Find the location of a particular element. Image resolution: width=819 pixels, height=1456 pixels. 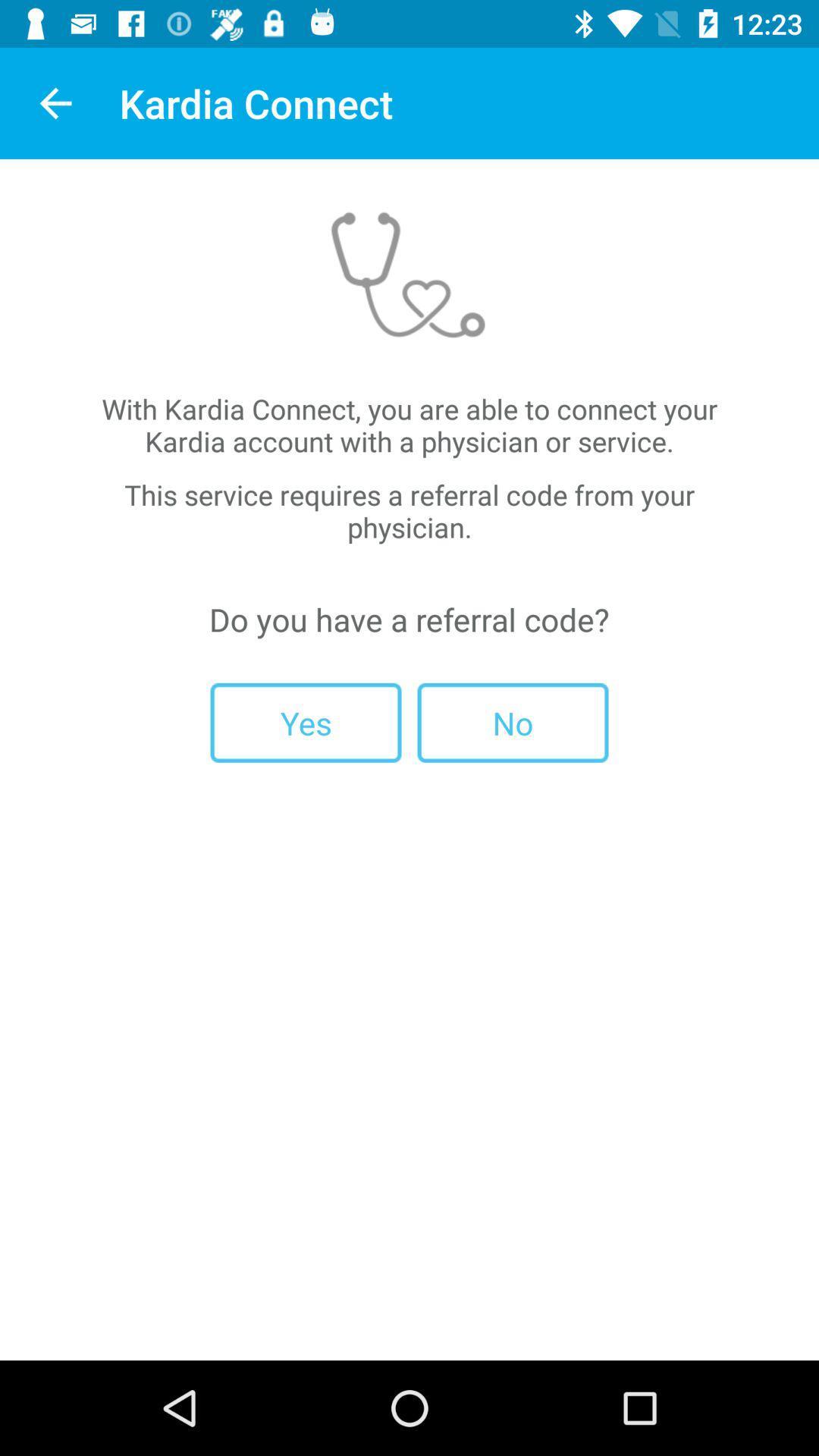

the item to the right of yes is located at coordinates (512, 722).